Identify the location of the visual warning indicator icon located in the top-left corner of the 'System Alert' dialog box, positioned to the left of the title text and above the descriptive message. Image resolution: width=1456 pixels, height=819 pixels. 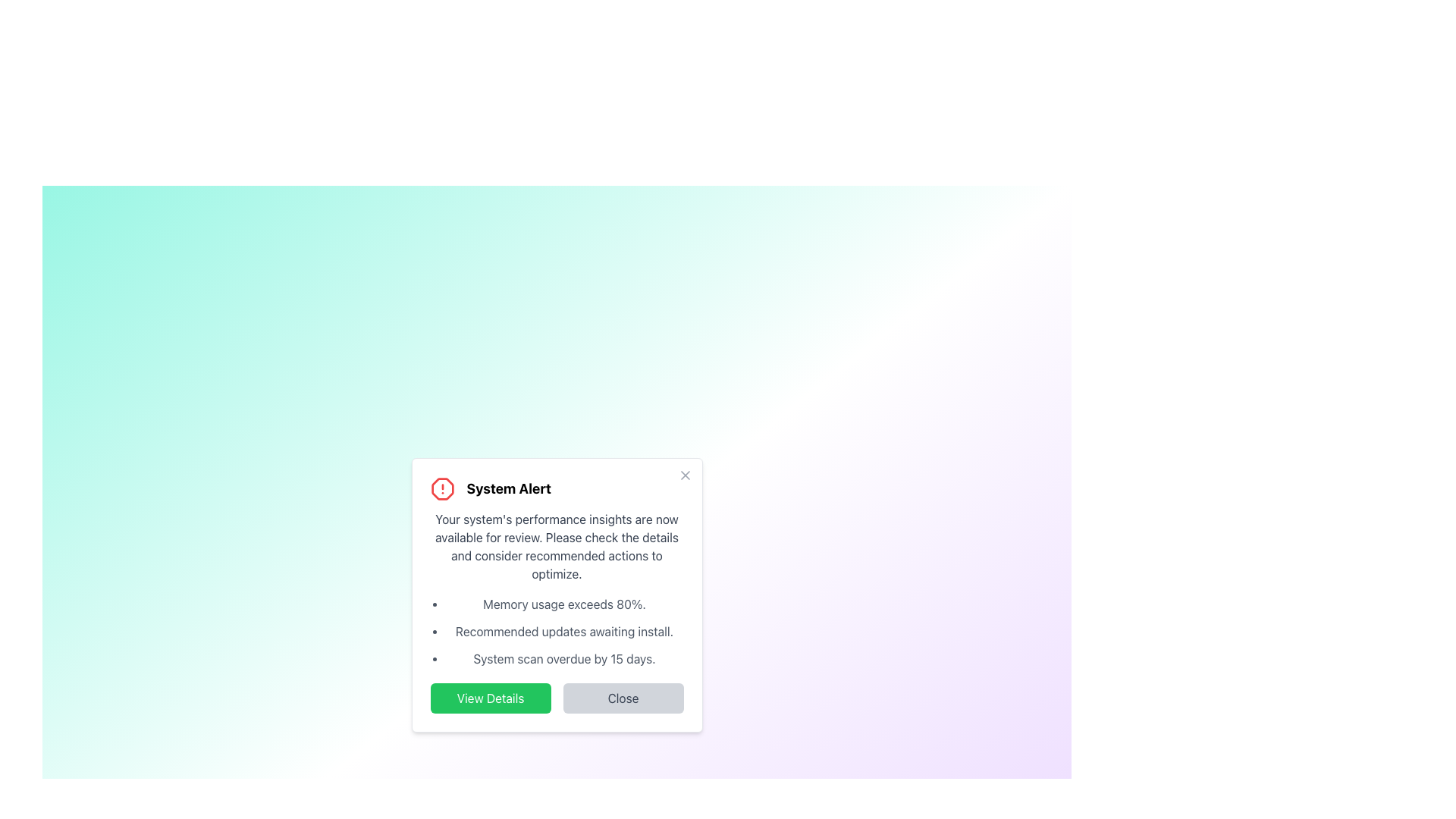
(441, 488).